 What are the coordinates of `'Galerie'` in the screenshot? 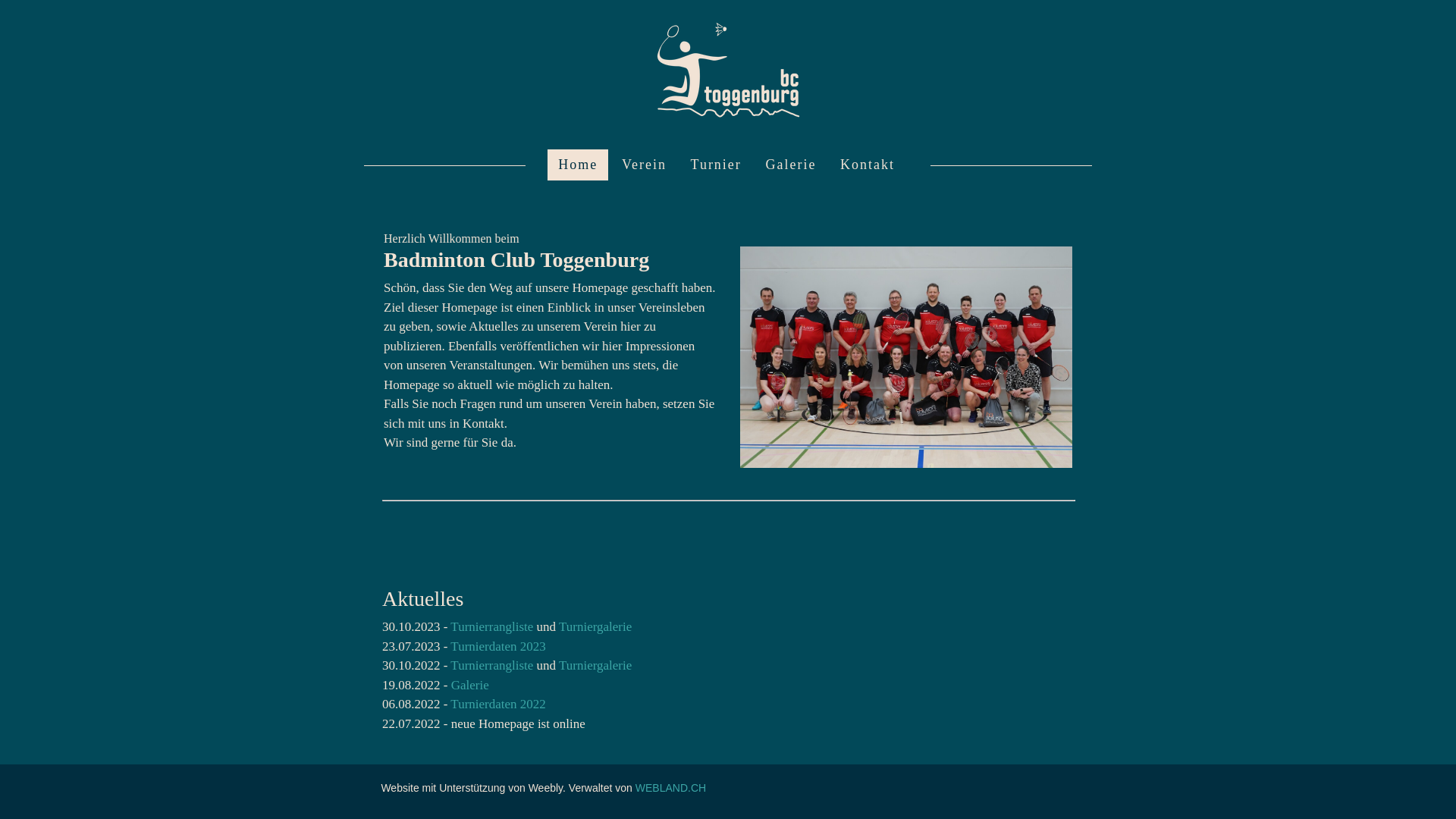 It's located at (789, 165).